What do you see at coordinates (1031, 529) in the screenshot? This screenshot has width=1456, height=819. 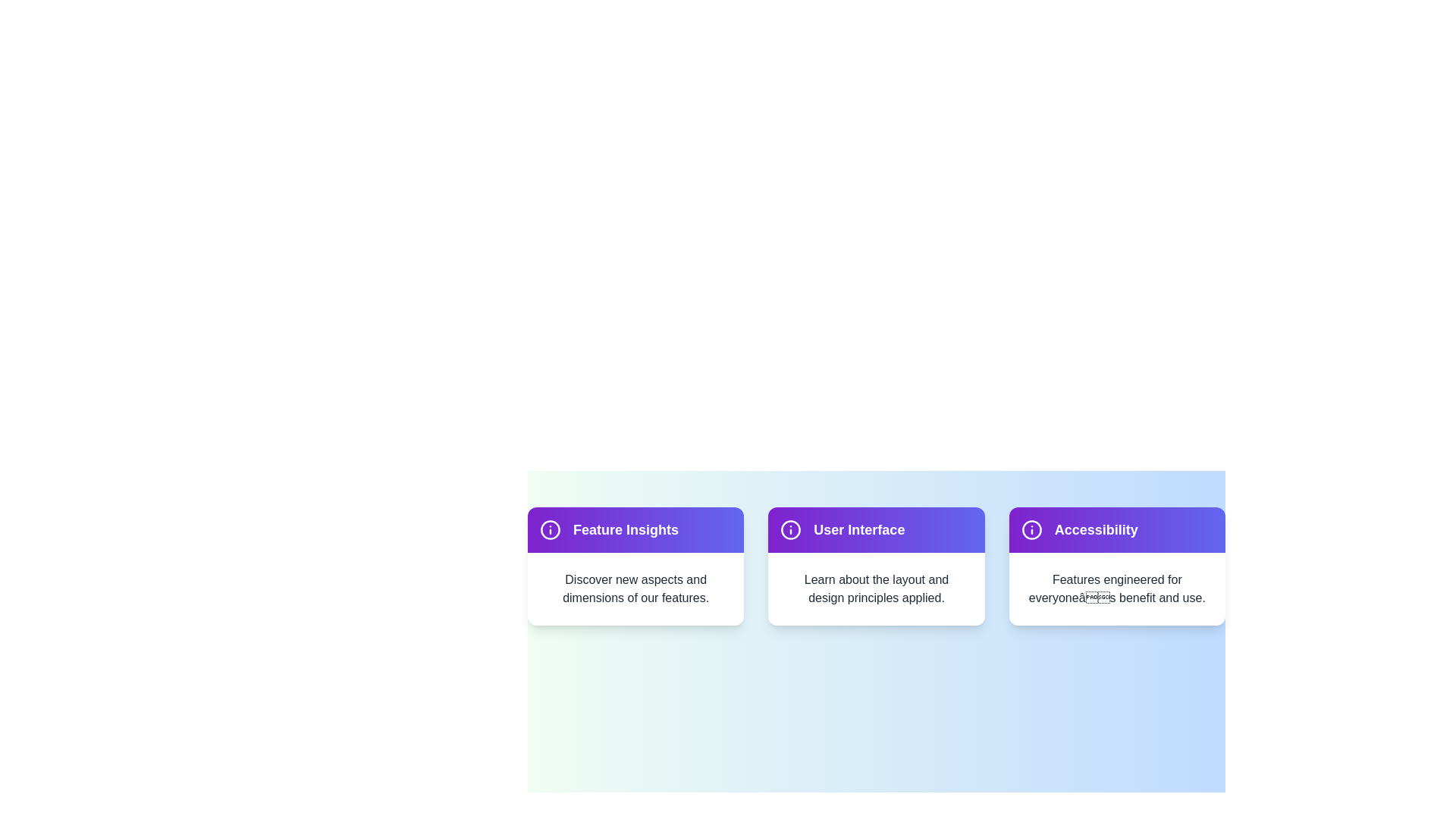 I see `the central circle of the SVG icon component located within the third card labeled 'Accessibility'` at bounding box center [1031, 529].